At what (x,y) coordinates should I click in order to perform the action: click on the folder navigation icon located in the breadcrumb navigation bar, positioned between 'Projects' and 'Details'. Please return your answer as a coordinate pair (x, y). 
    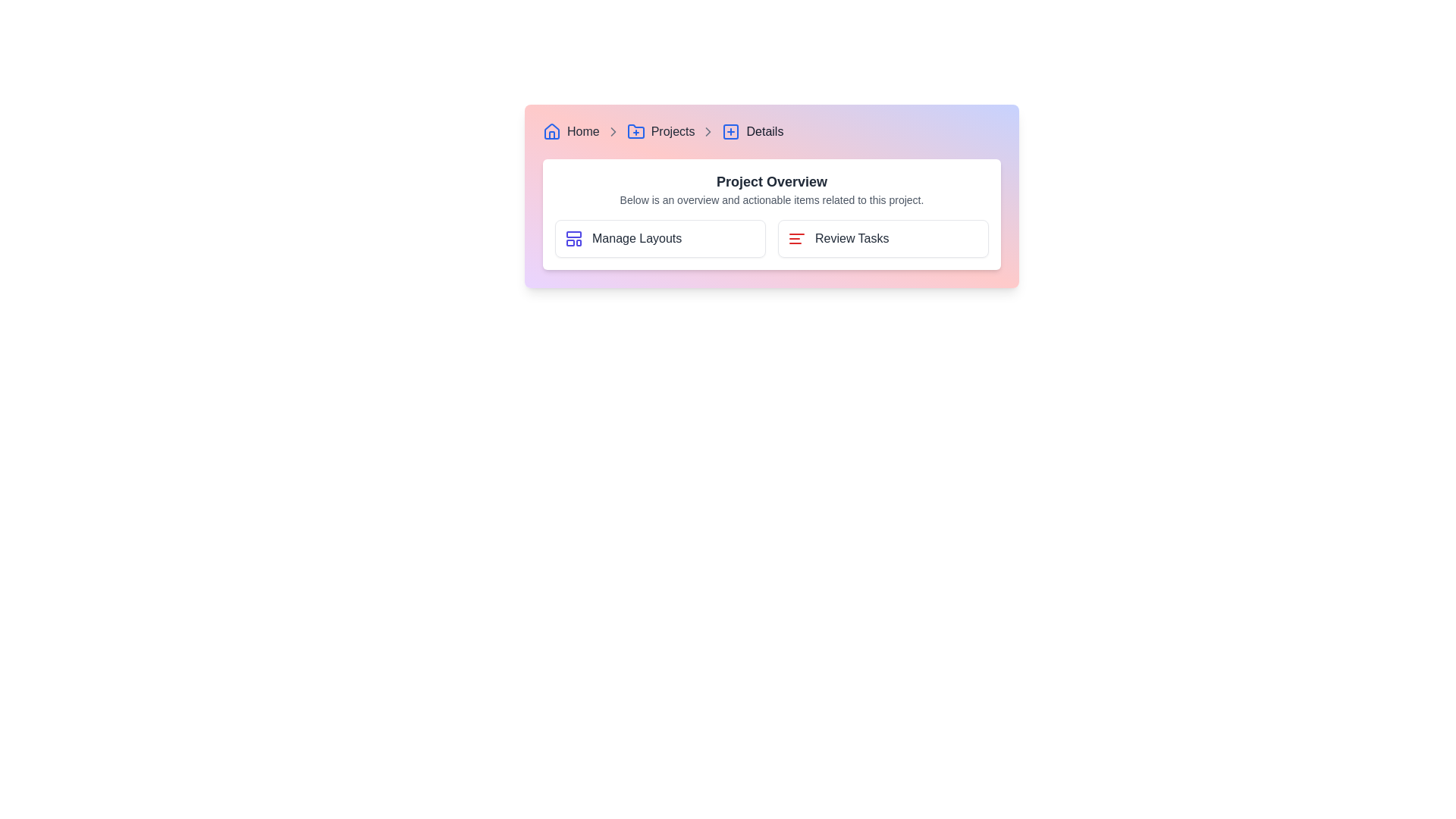
    Looking at the image, I should click on (635, 130).